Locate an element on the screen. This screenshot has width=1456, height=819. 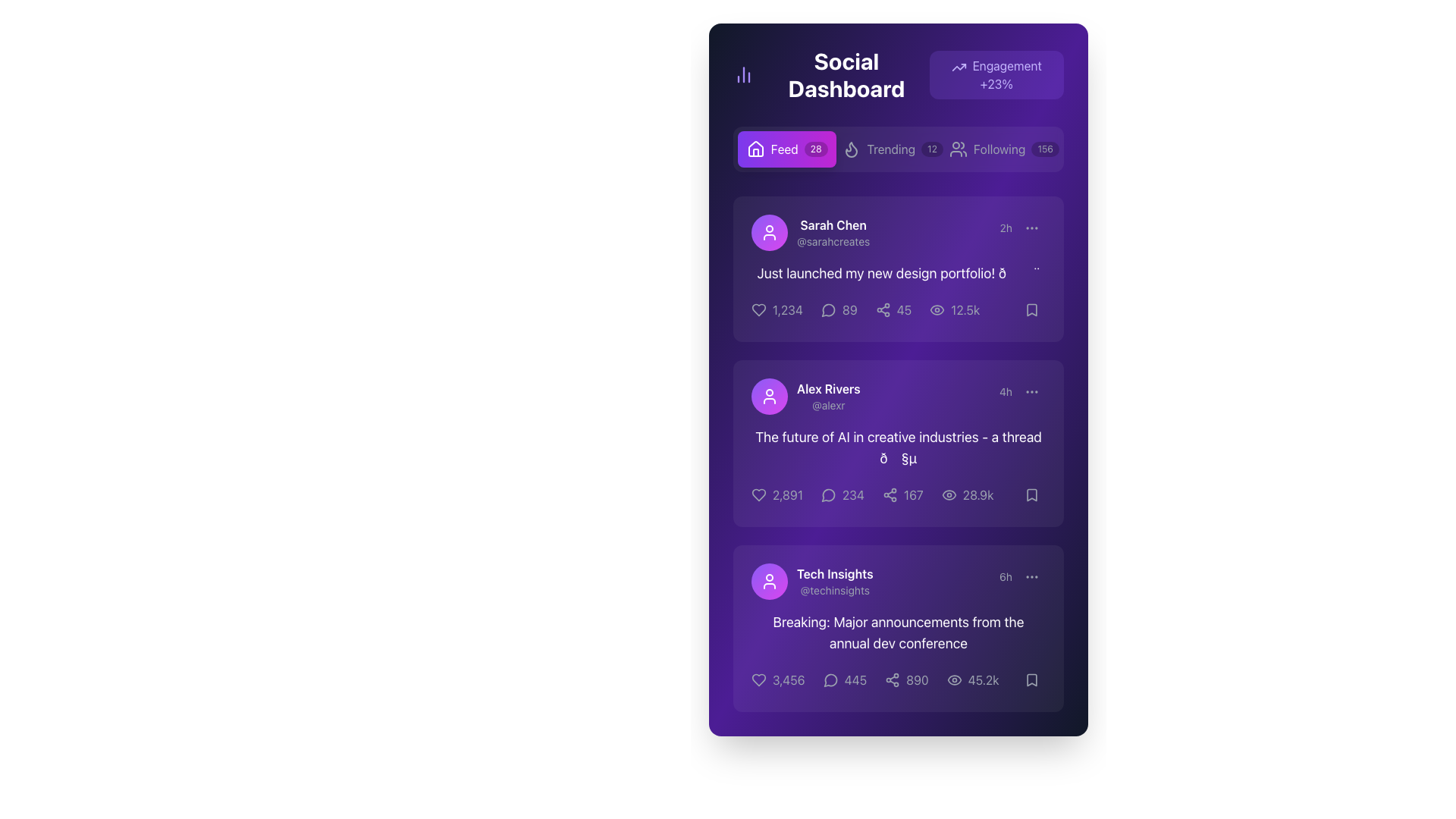
the 'Feed' label element, which is a textual label displaying the word 'Feed' in white against a gradient background, located in the navigation interface of the dashboard is located at coordinates (784, 149).